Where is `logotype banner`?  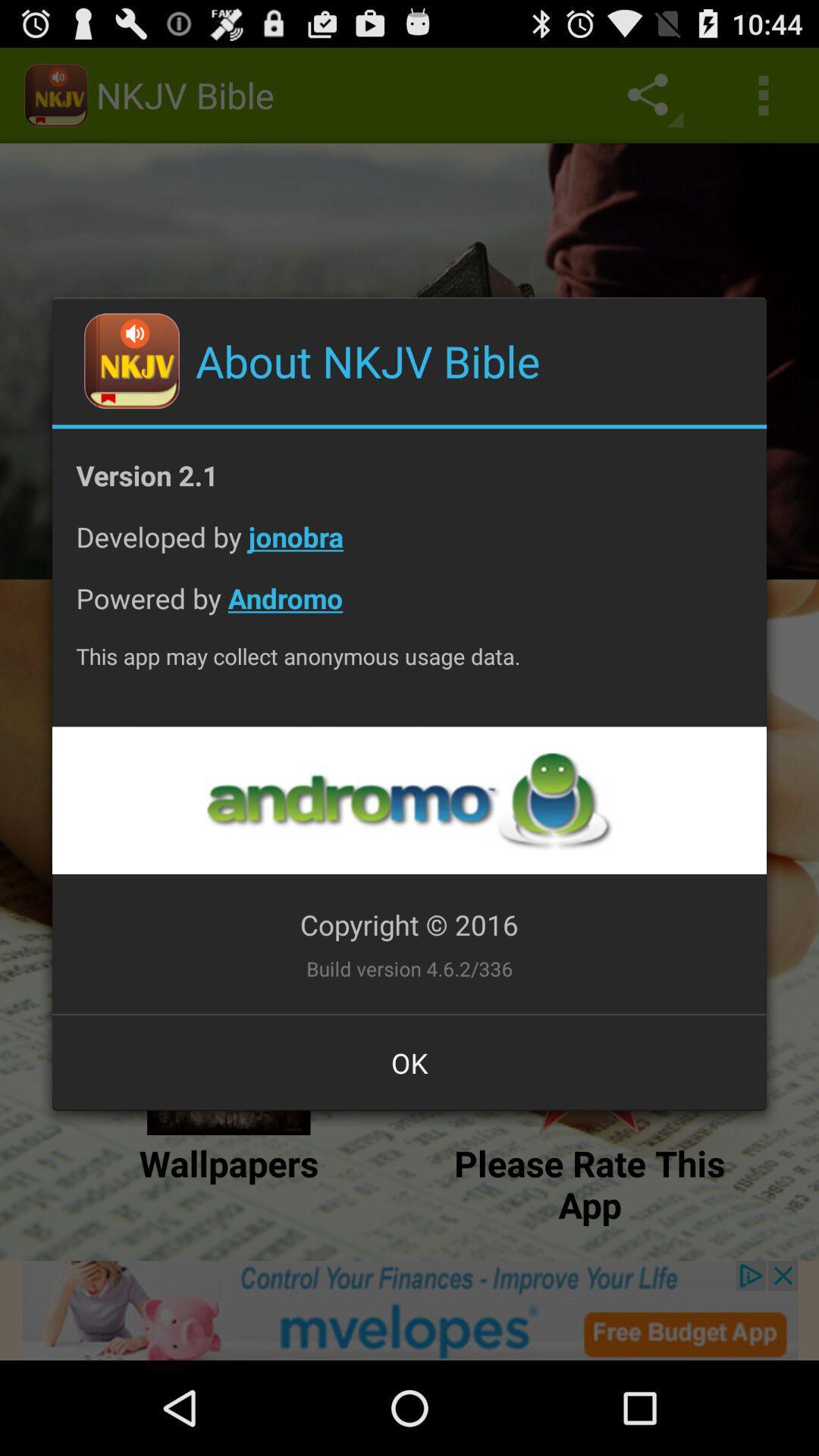 logotype banner is located at coordinates (408, 799).